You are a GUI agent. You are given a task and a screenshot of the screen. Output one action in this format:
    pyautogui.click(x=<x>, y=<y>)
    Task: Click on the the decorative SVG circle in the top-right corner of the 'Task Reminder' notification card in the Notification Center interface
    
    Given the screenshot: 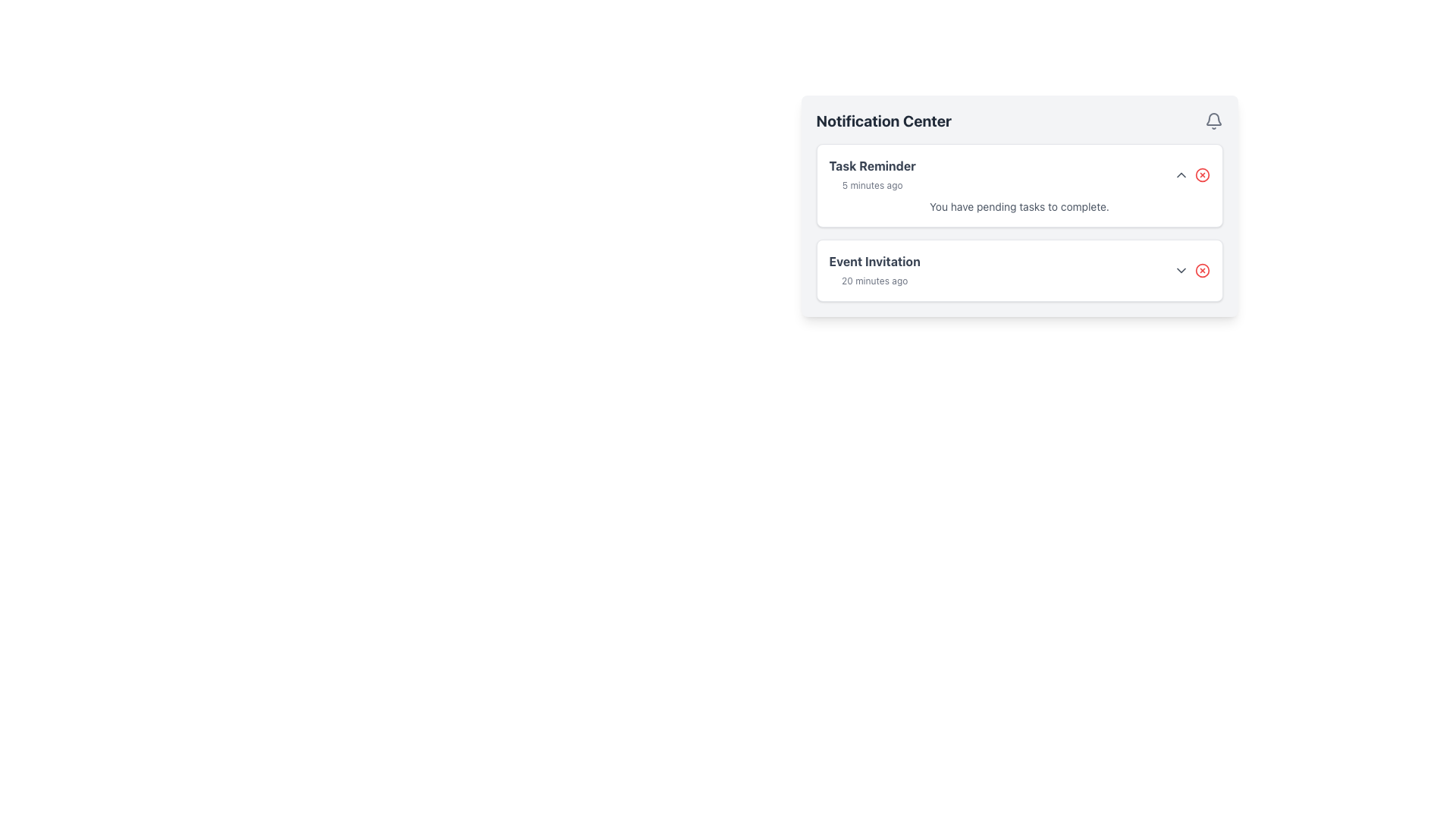 What is the action you would take?
    pyautogui.click(x=1201, y=174)
    